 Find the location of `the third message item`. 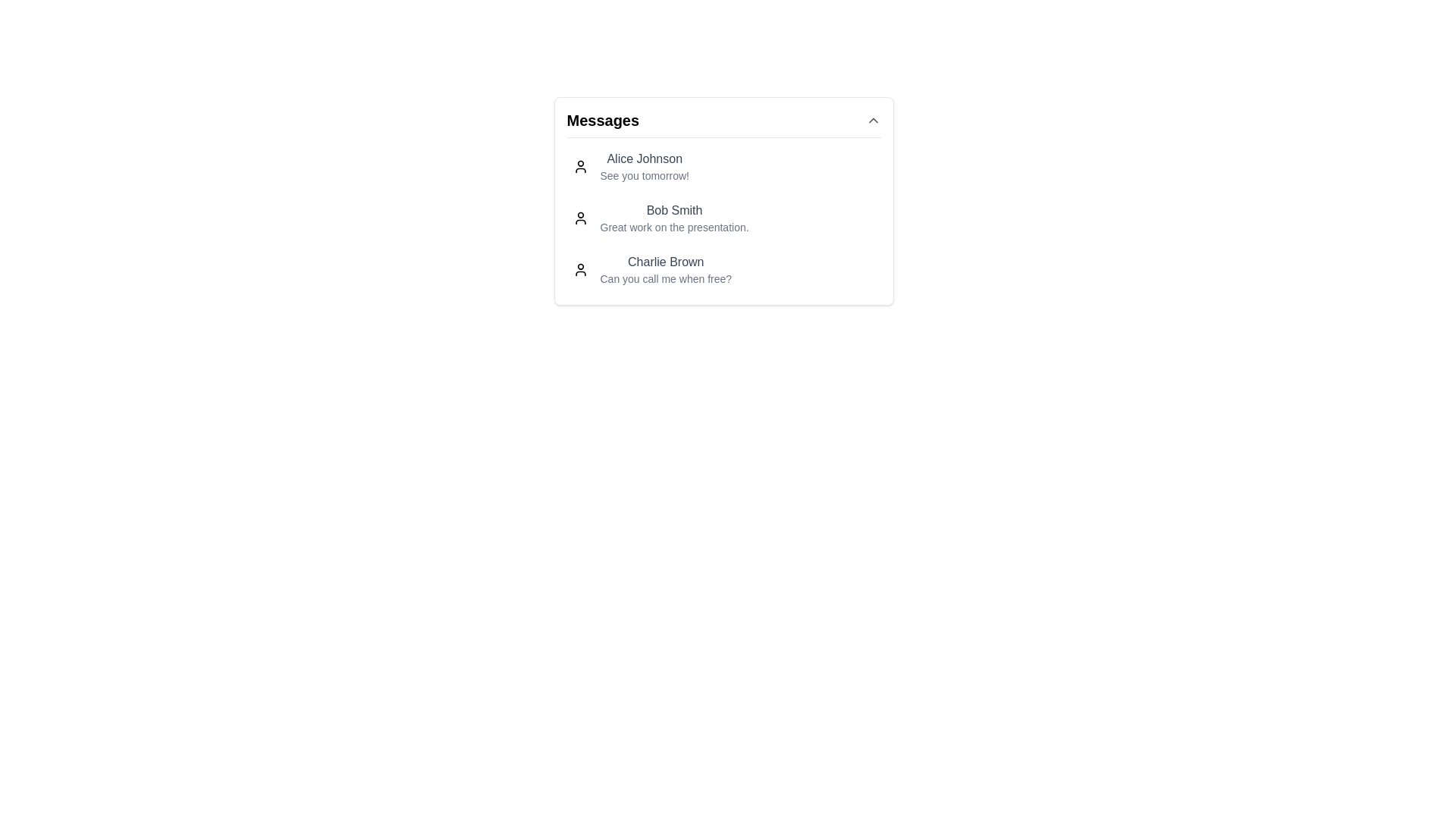

the third message item is located at coordinates (723, 268).